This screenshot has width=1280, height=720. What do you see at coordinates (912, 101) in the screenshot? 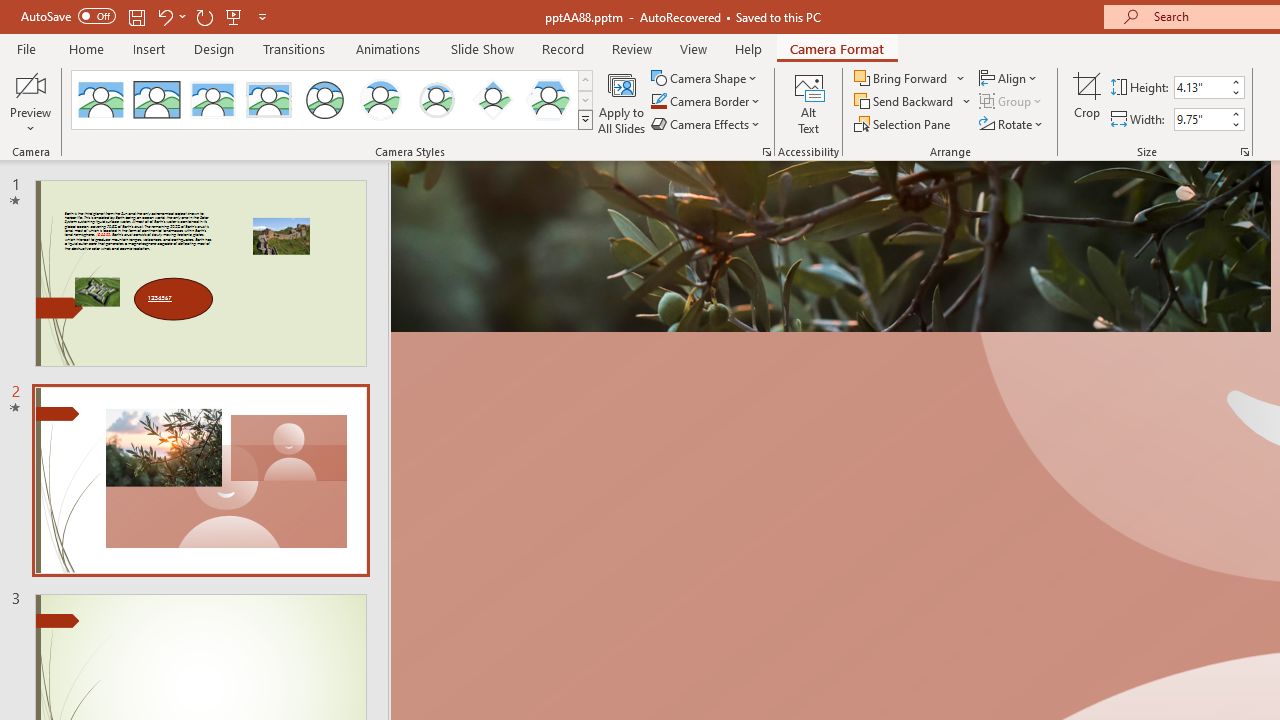
I see `'Send Backward'` at bounding box center [912, 101].